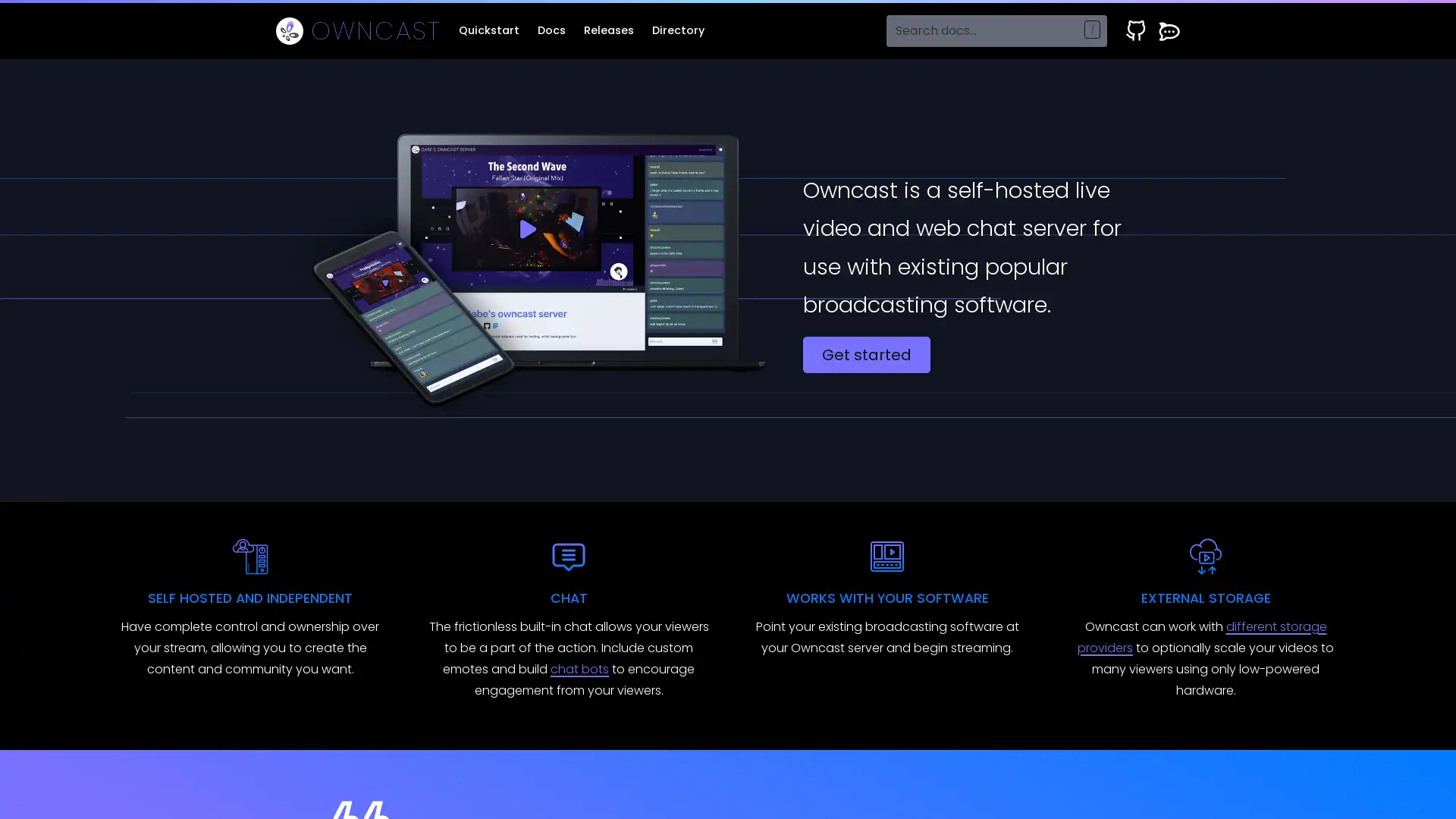 Image resolution: width=1456 pixels, height=819 pixels. I want to click on Get started, so click(866, 353).